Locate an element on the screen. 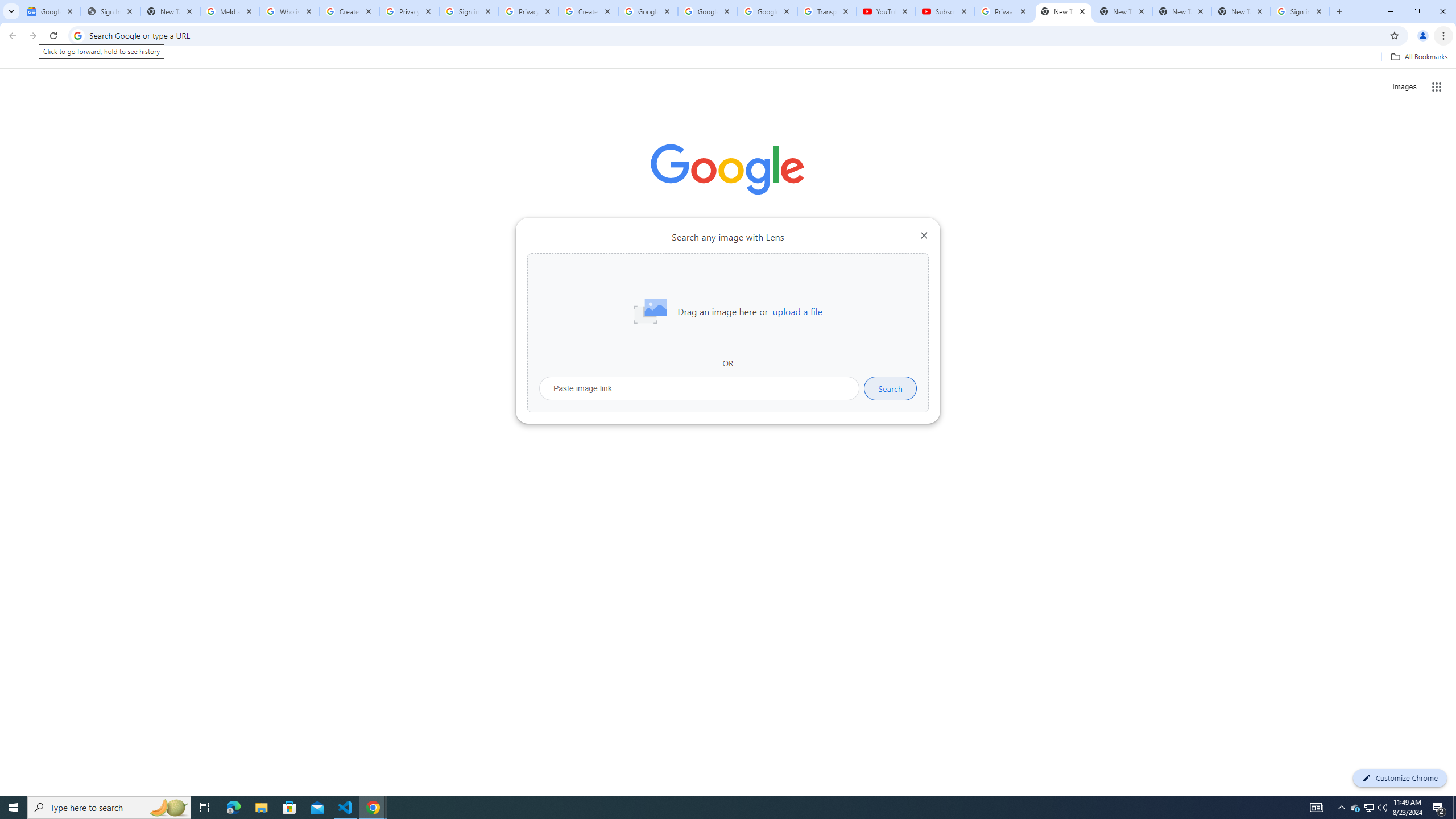  'Create your Google Account' is located at coordinates (588, 11).